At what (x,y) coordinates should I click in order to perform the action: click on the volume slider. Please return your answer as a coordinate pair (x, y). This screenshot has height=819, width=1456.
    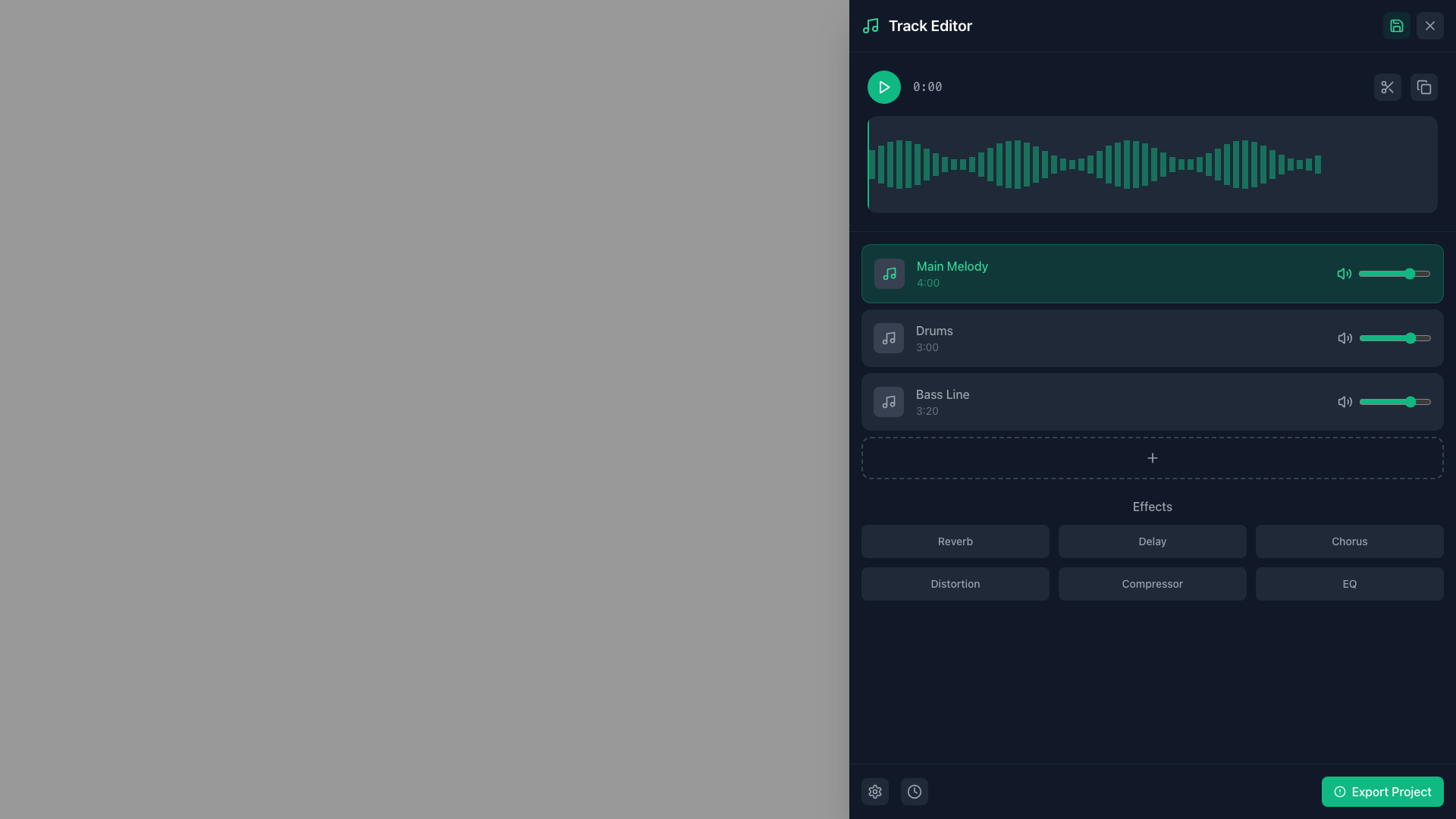
    Looking at the image, I should click on (1419, 274).